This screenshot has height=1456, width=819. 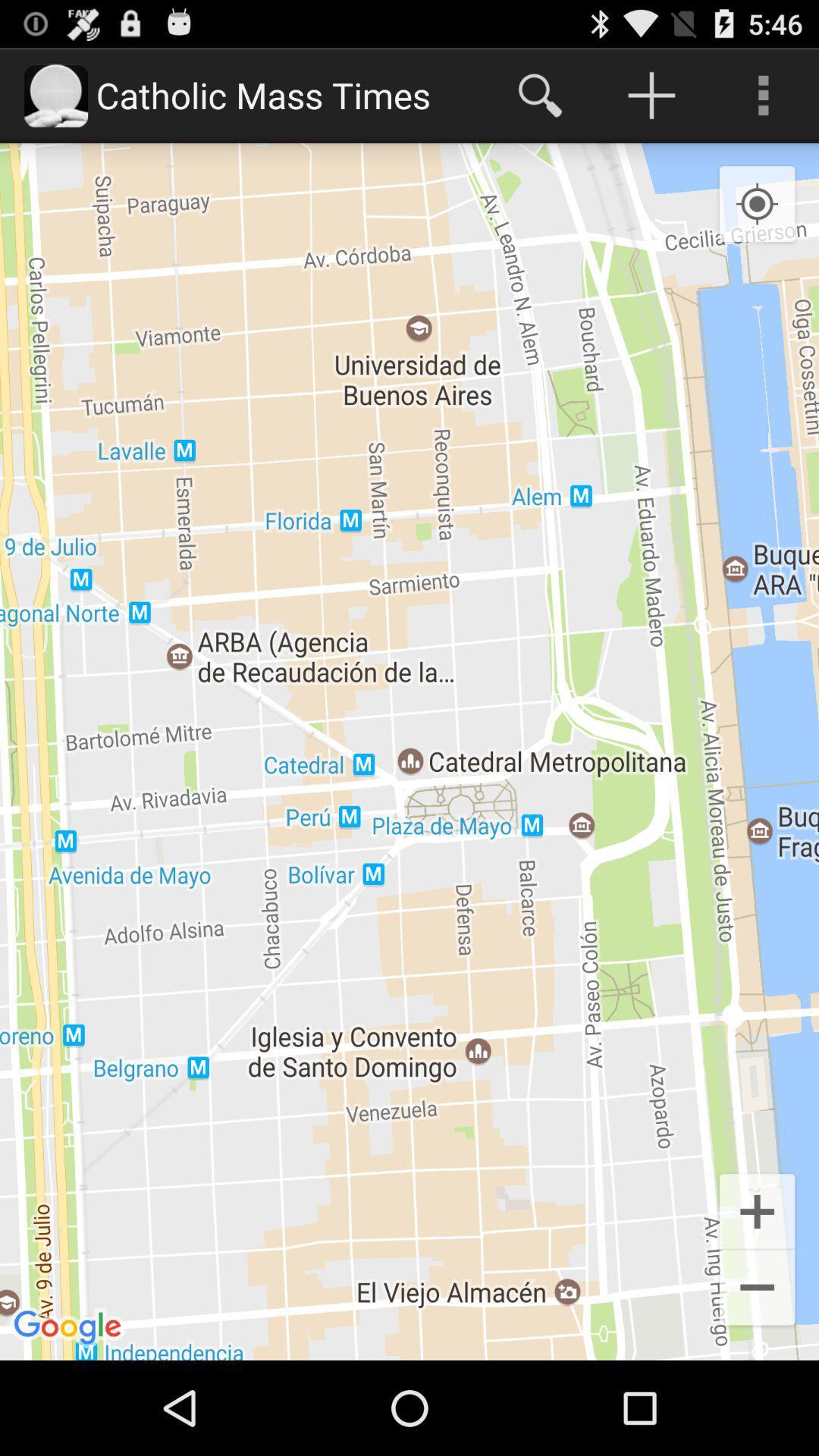 What do you see at coordinates (539, 94) in the screenshot?
I see `the item at the top` at bounding box center [539, 94].